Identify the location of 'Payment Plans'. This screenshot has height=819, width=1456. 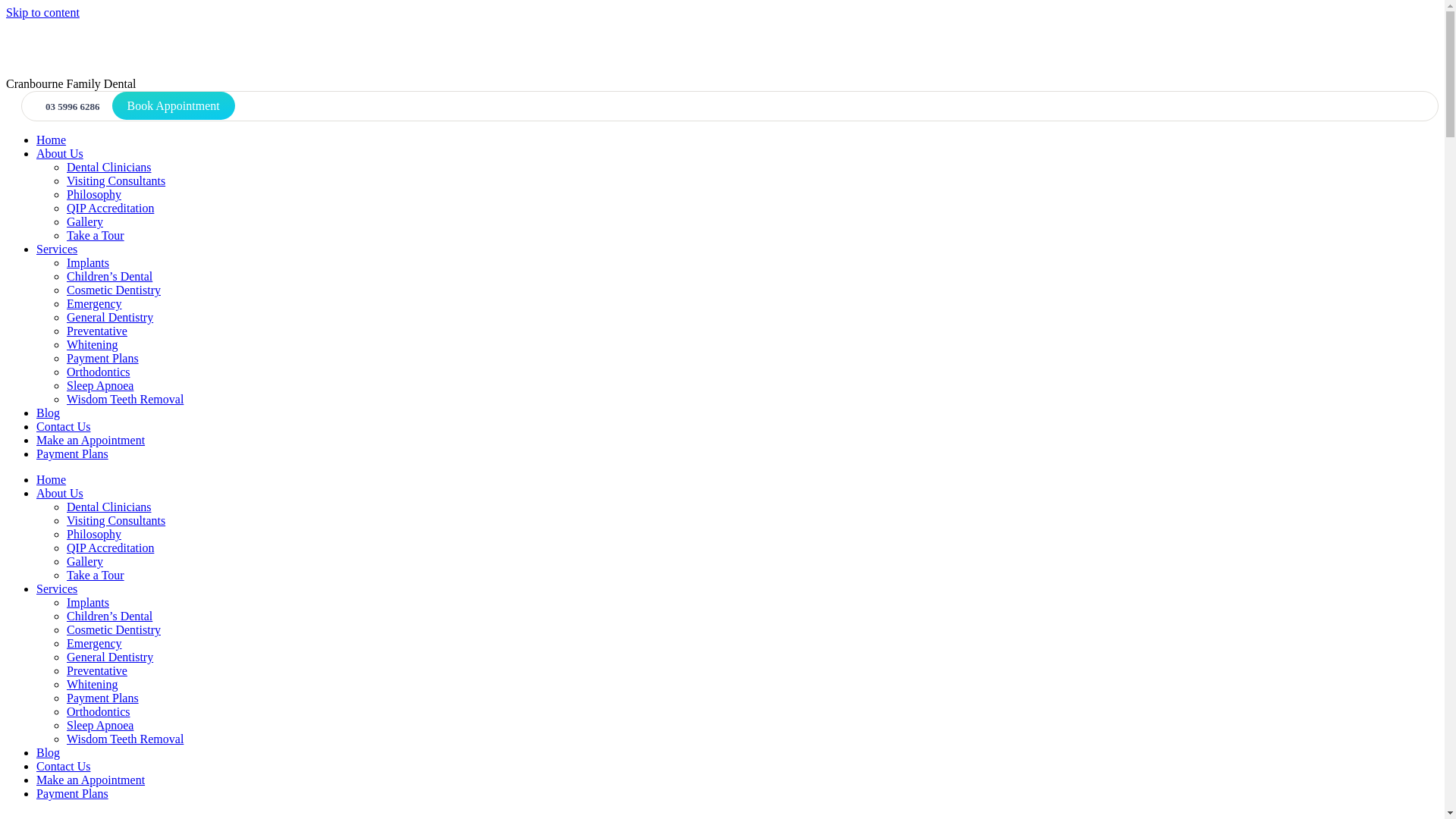
(71, 792).